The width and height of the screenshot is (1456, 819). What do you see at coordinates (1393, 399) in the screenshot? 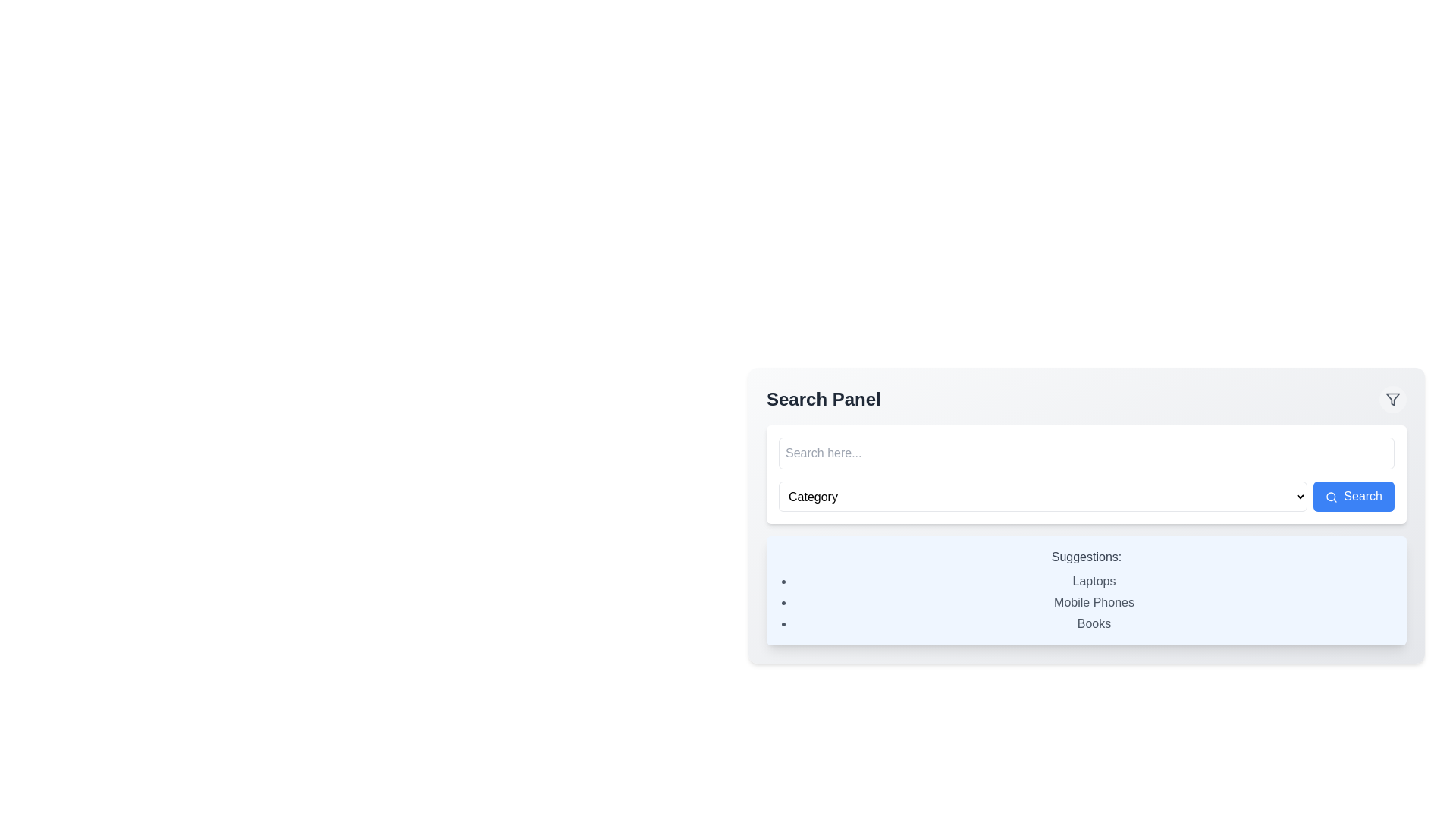
I see `the circular button with an icon located in the top-right corner of the 'Search Panel'` at bounding box center [1393, 399].